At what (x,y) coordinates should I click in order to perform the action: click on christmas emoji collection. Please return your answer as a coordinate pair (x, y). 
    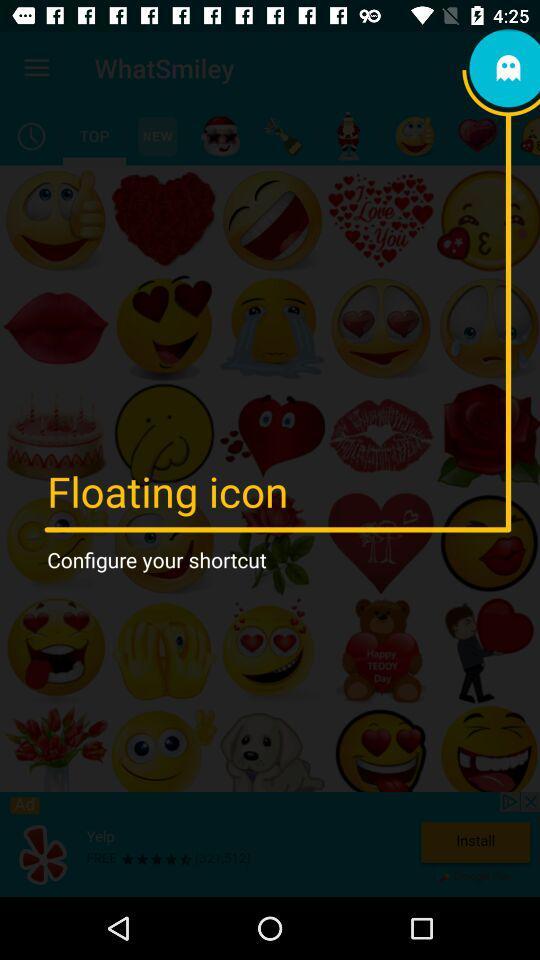
    Looking at the image, I should click on (219, 135).